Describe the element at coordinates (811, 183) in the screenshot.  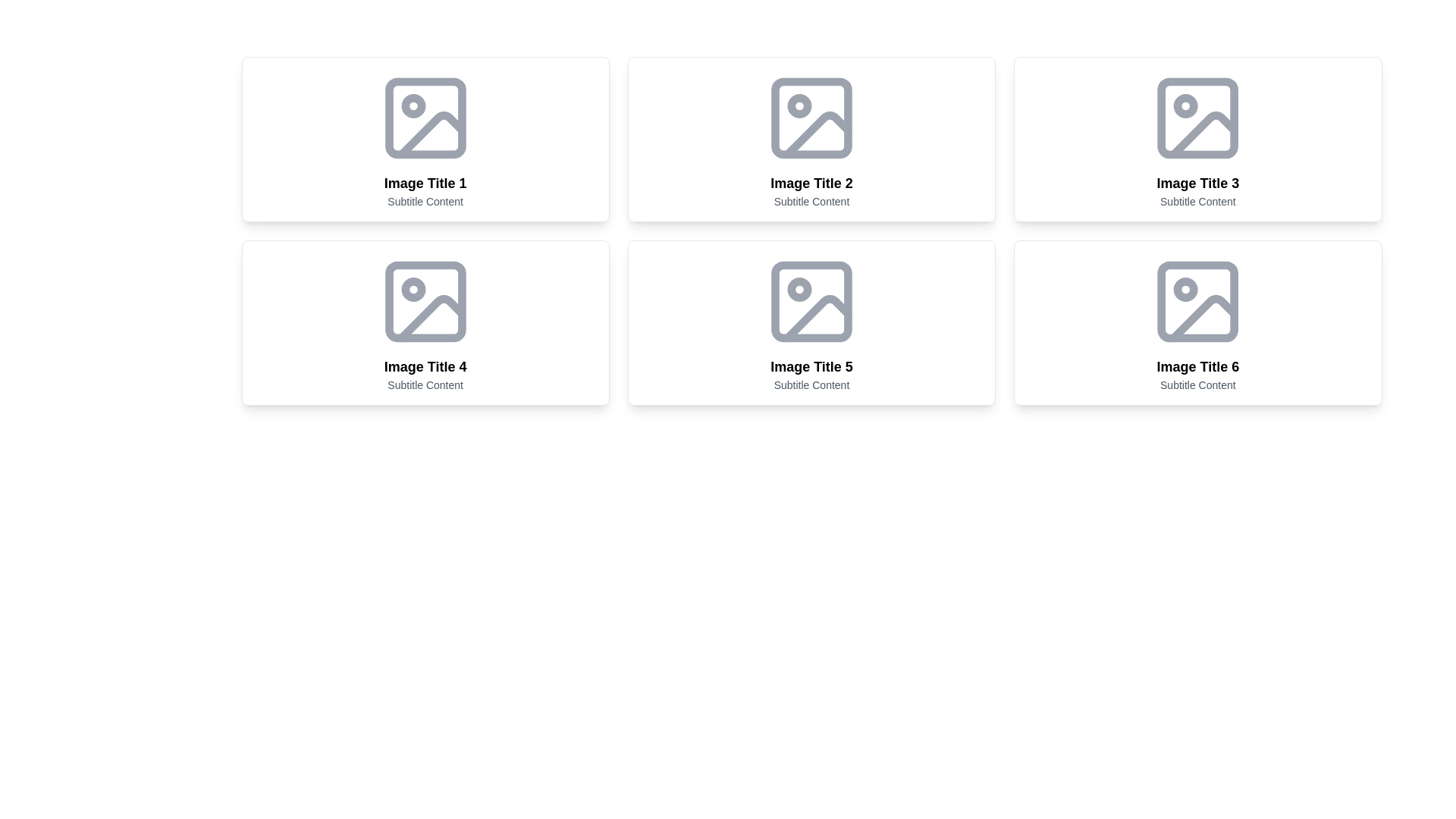
I see `title 'Image Title 2' from the header text label located in the middle column of the top row card layout` at that location.